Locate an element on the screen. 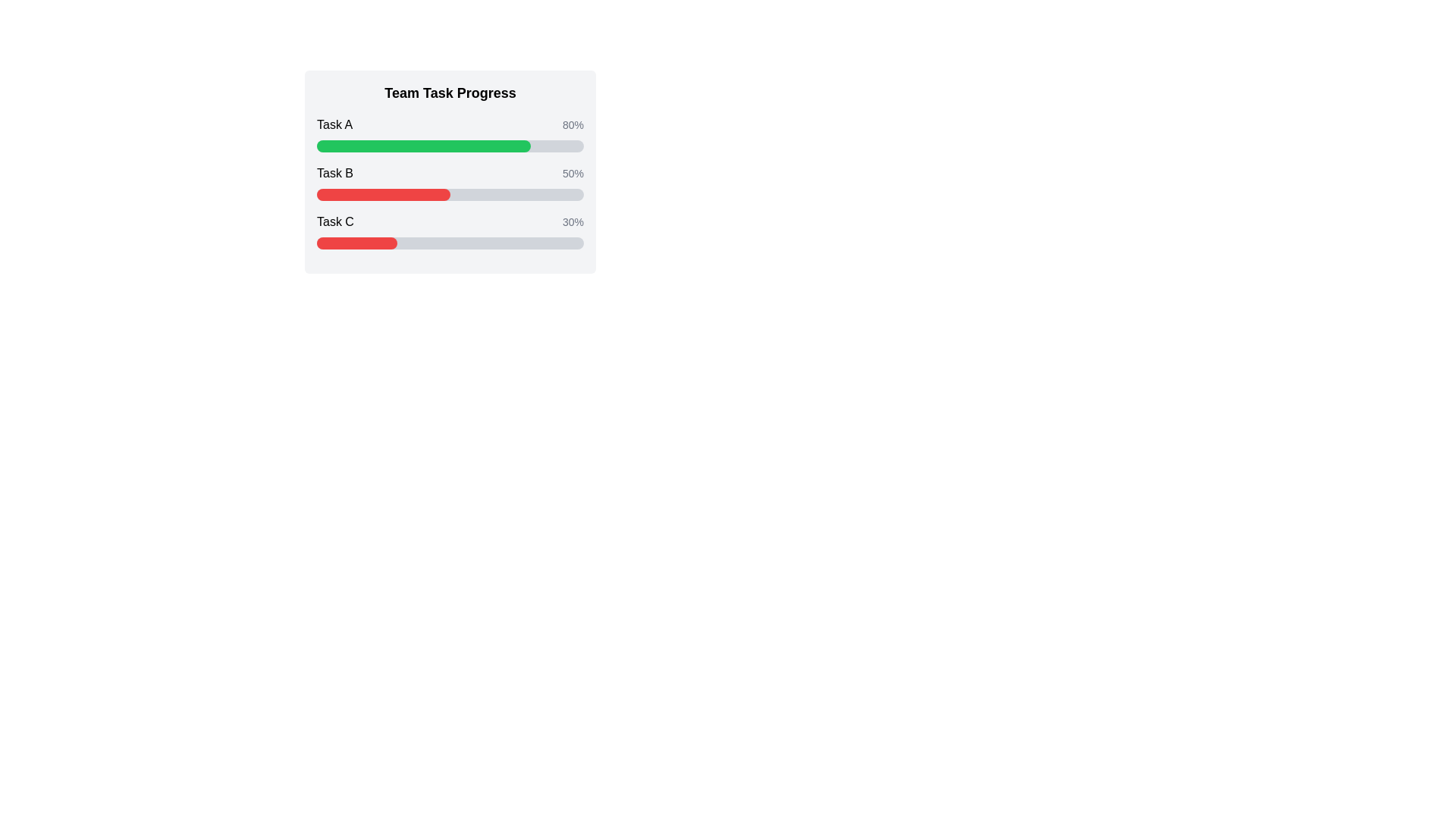 The image size is (1456, 819). the Progress Bar Component titled 'Team Task Progress' is located at coordinates (450, 171).